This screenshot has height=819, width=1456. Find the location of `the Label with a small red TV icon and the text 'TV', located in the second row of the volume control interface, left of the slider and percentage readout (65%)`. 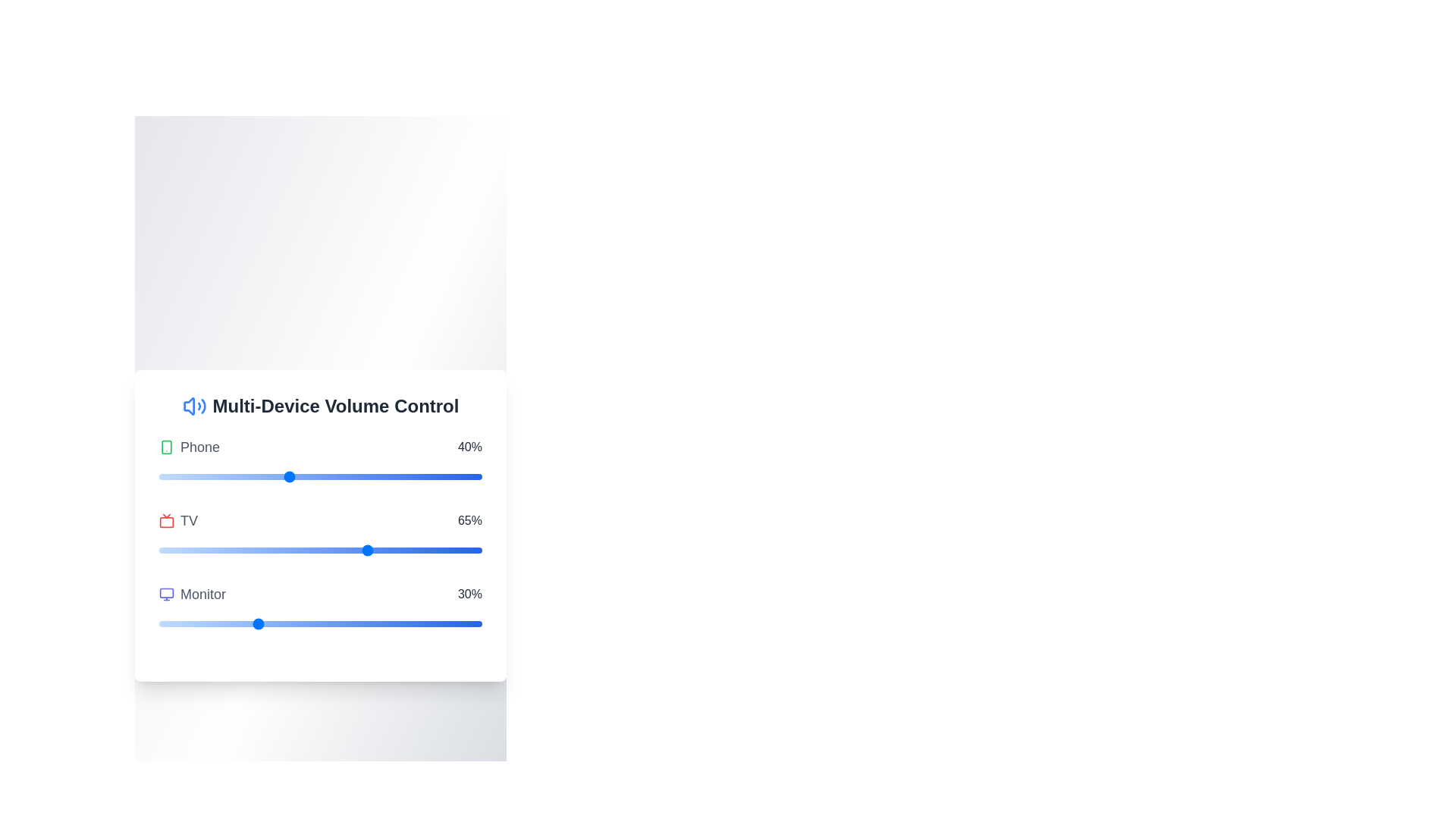

the Label with a small red TV icon and the text 'TV', located in the second row of the volume control interface, left of the slider and percentage readout (65%) is located at coordinates (178, 519).